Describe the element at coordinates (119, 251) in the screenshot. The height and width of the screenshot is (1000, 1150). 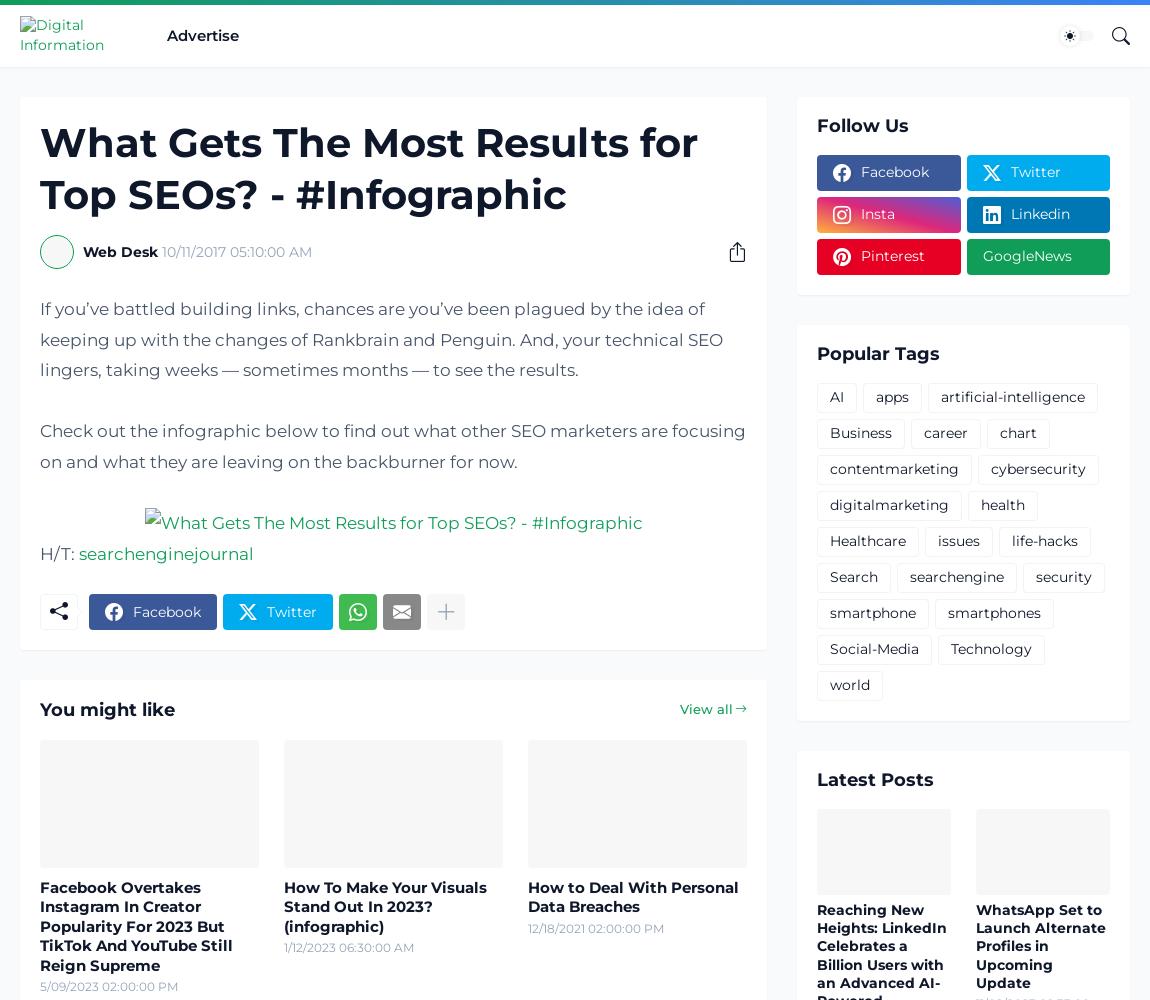
I see `'Web Desk'` at that location.